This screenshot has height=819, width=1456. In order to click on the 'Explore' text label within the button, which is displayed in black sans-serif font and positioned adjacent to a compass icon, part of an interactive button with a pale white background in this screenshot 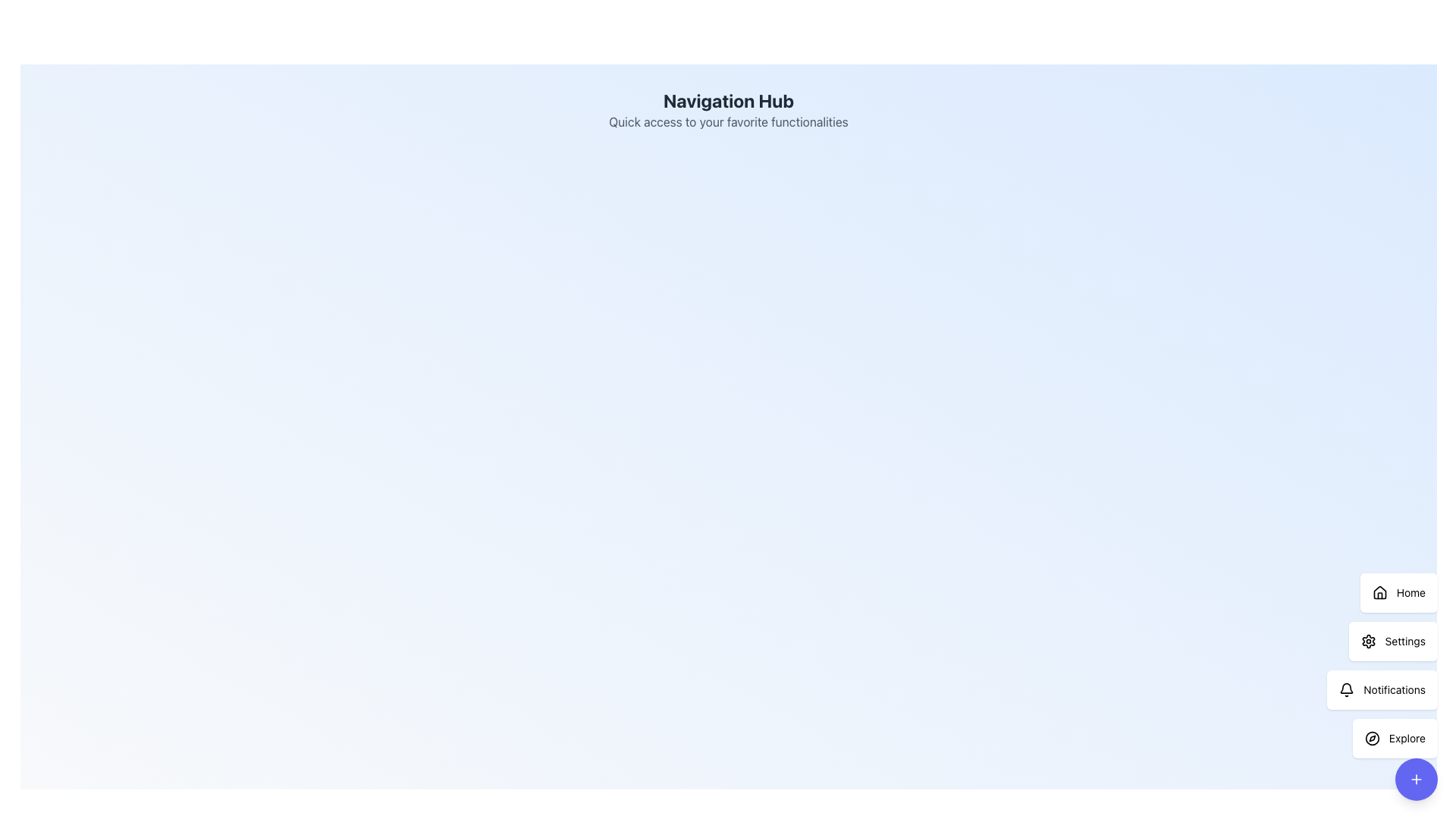, I will do `click(1406, 738)`.